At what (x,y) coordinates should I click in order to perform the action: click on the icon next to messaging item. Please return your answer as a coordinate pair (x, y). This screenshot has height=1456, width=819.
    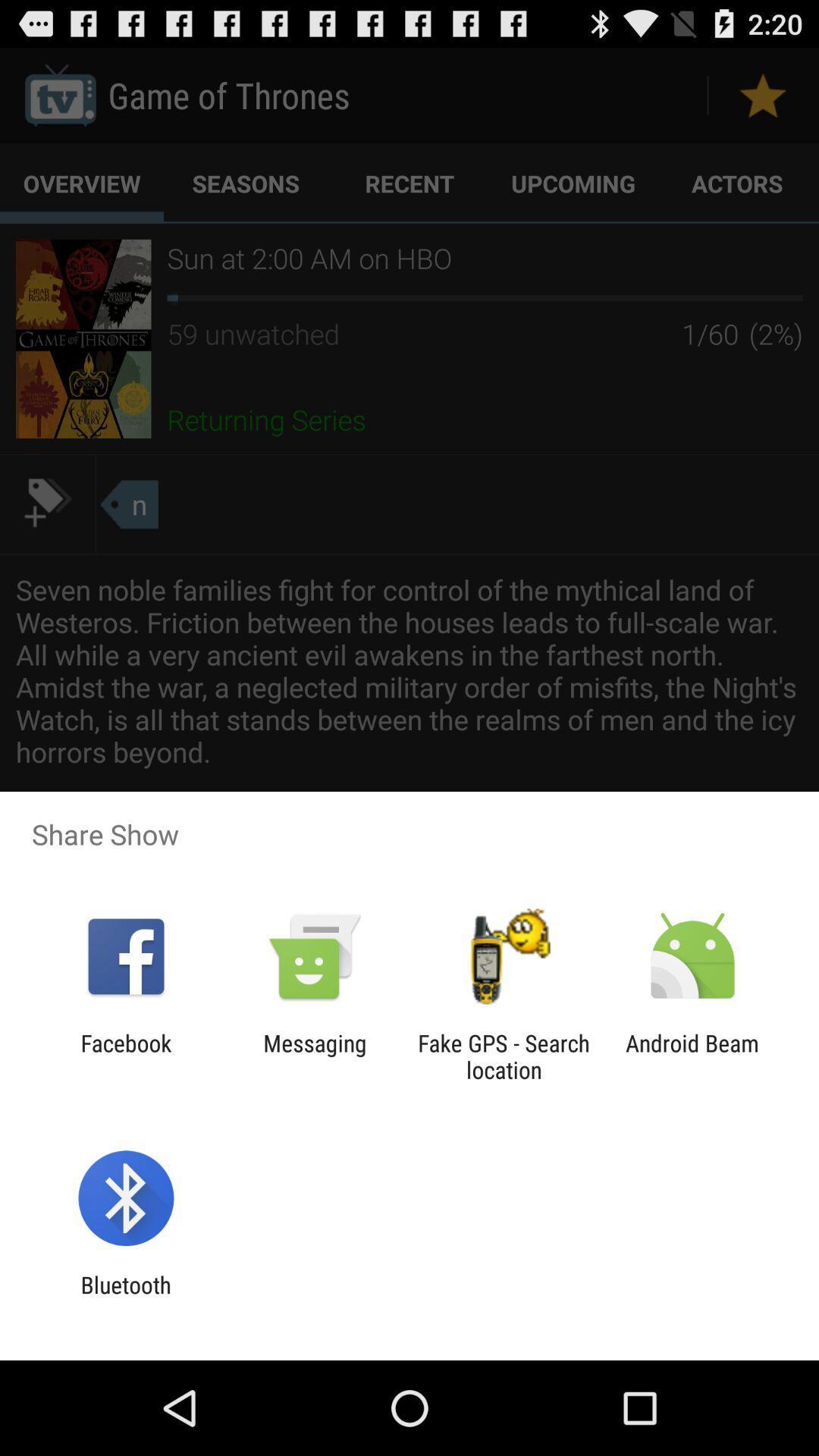
    Looking at the image, I should click on (125, 1056).